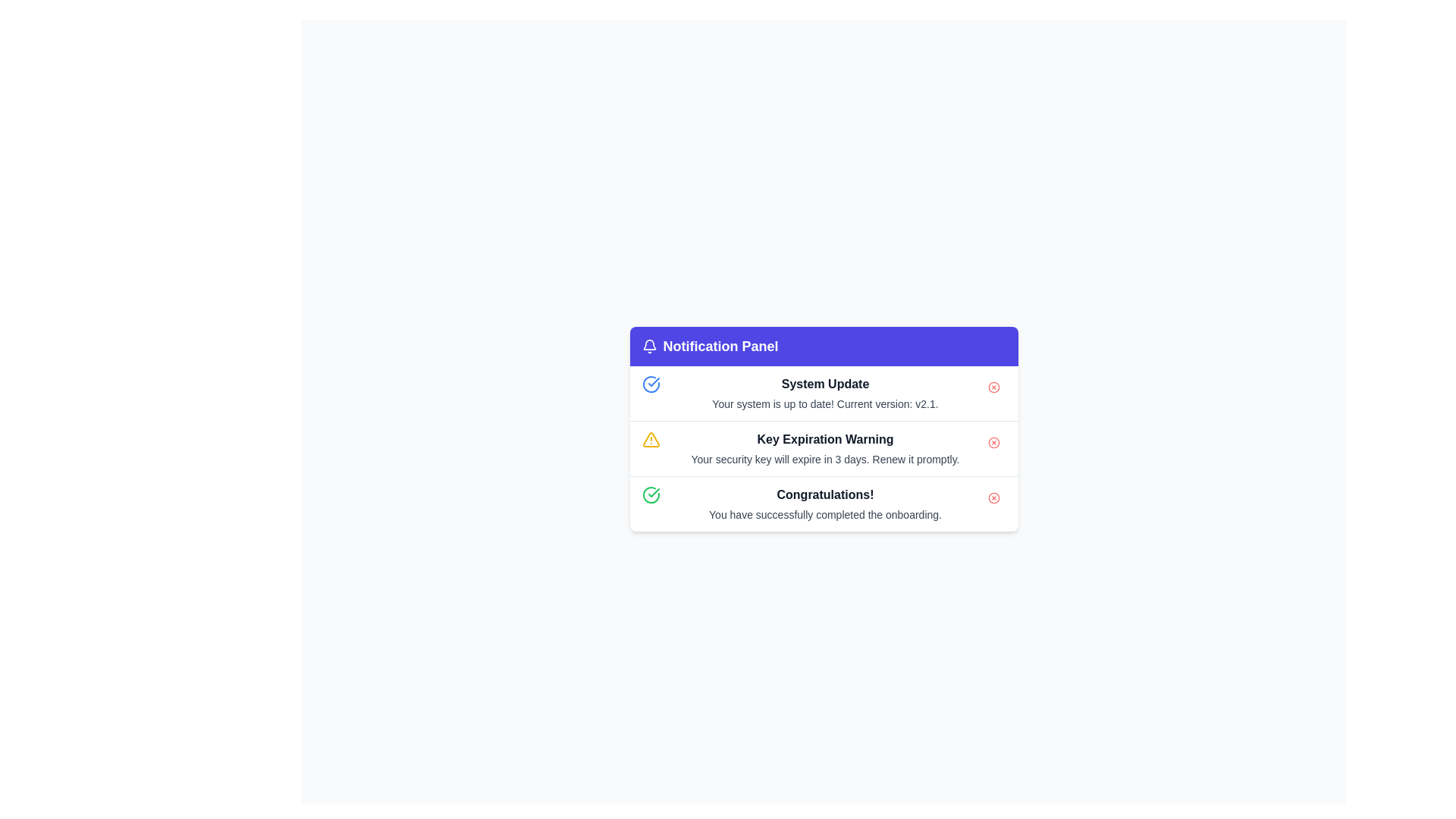  Describe the element at coordinates (993, 386) in the screenshot. I see `the red circular button with a cross inside, located at the right end of the 'System Update' notification row` at that location.